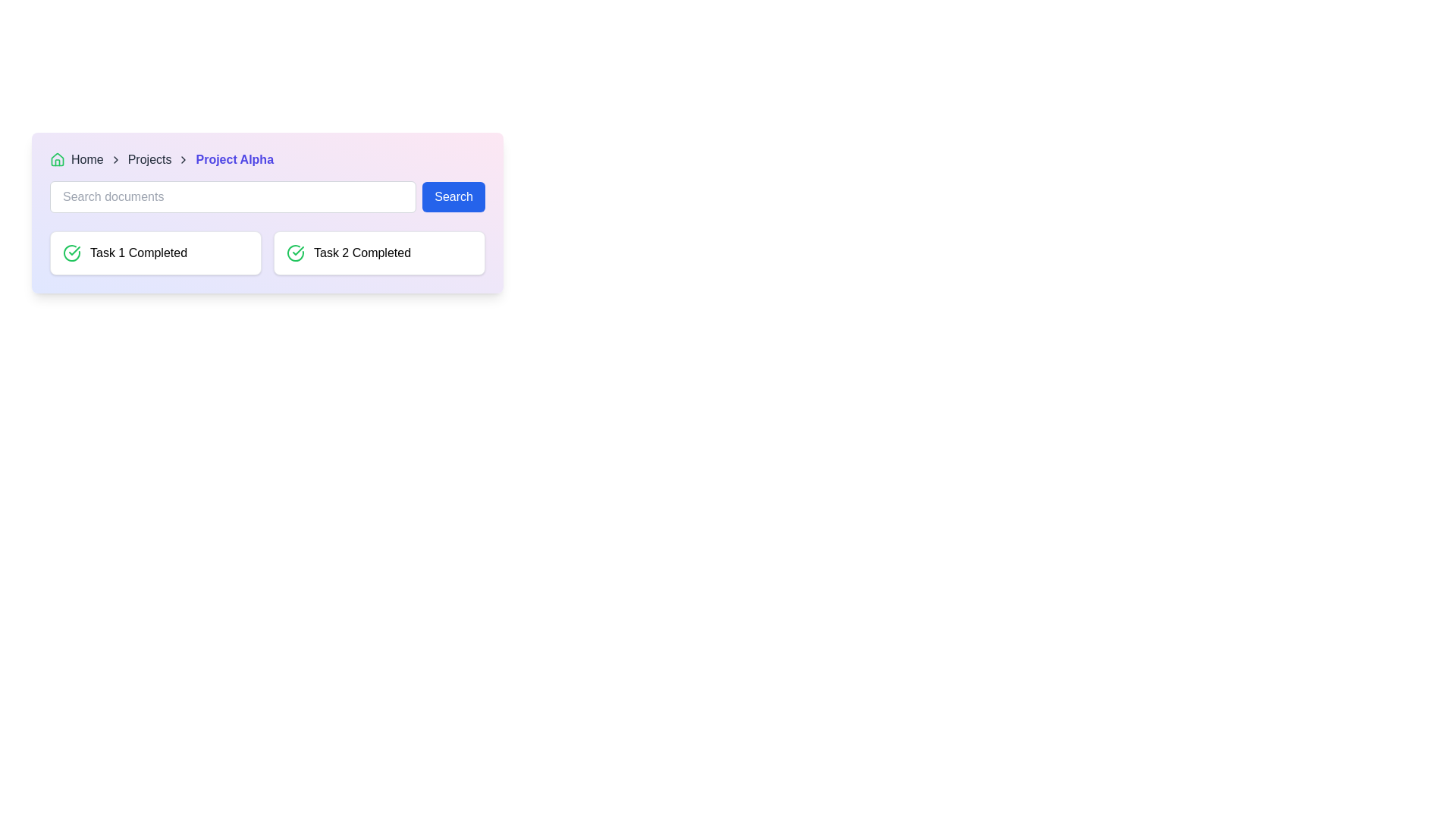  I want to click on the right-pointing chevron icon in the breadcrumb navigation, which is located between 'Home' and 'Projects', so click(115, 160).